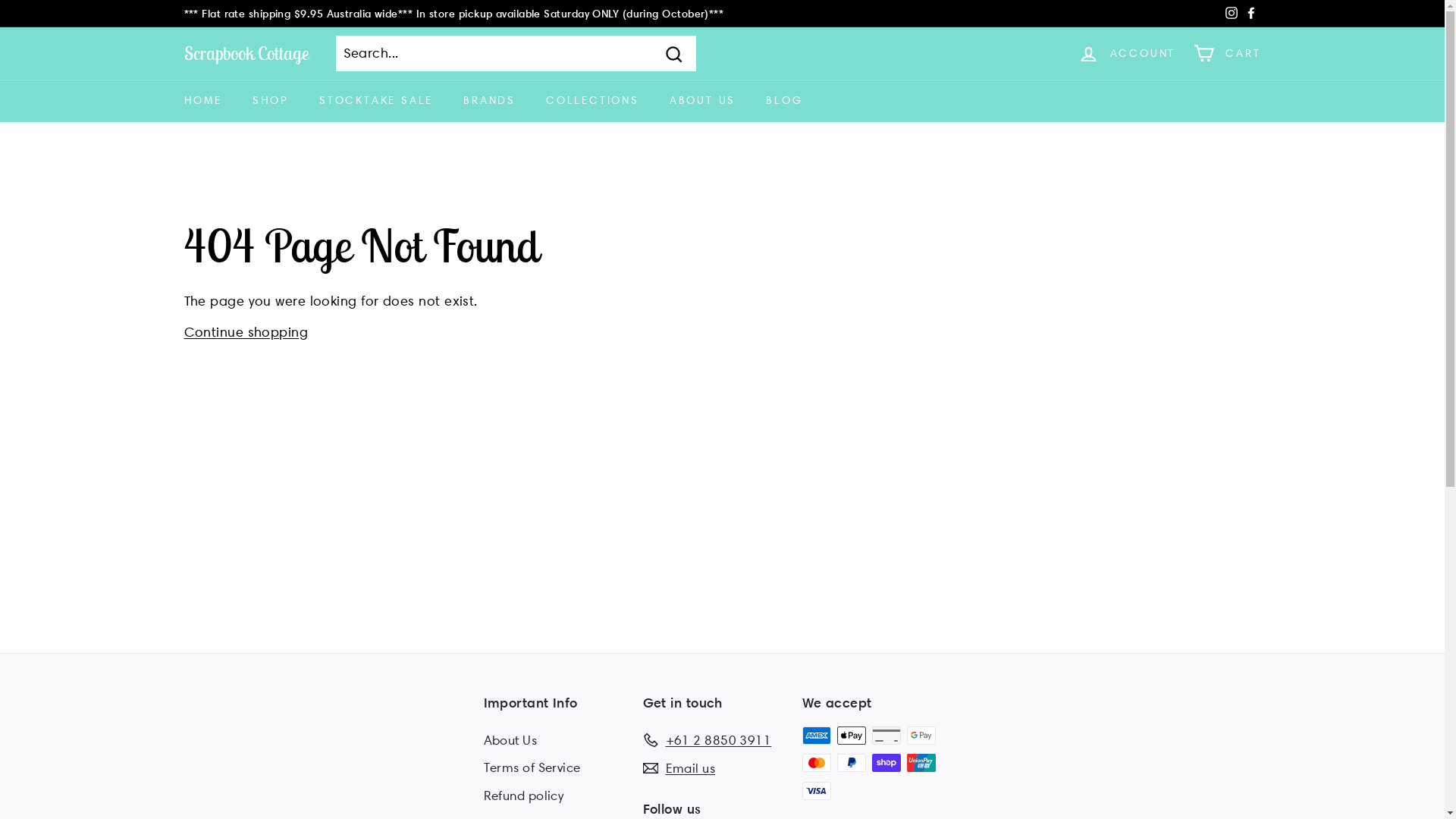 The image size is (1456, 819). What do you see at coordinates (591, 100) in the screenshot?
I see `'COLLECTIONS'` at bounding box center [591, 100].